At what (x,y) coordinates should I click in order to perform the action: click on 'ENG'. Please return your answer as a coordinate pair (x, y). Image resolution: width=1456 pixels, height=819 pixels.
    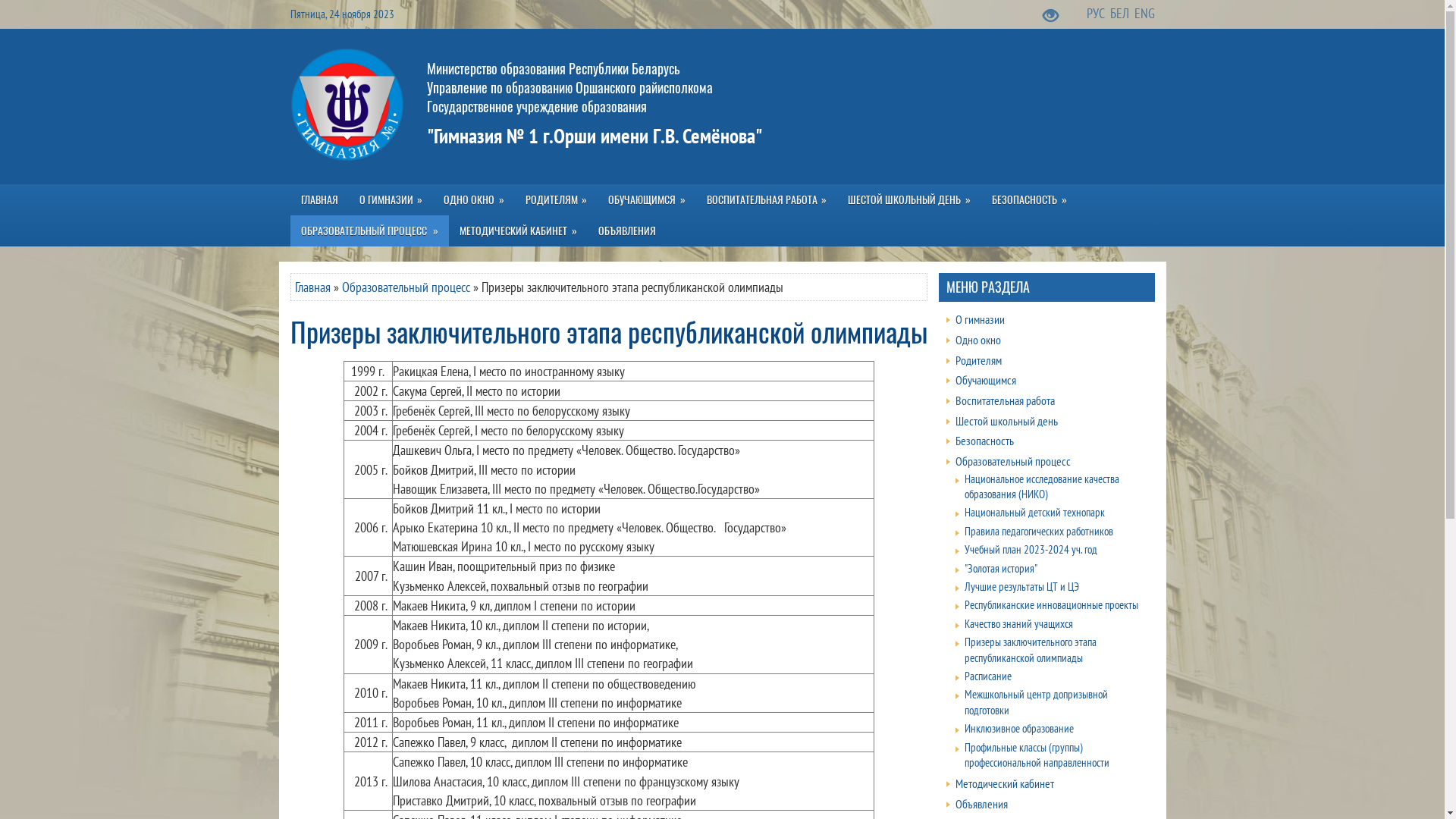
    Looking at the image, I should click on (1144, 13).